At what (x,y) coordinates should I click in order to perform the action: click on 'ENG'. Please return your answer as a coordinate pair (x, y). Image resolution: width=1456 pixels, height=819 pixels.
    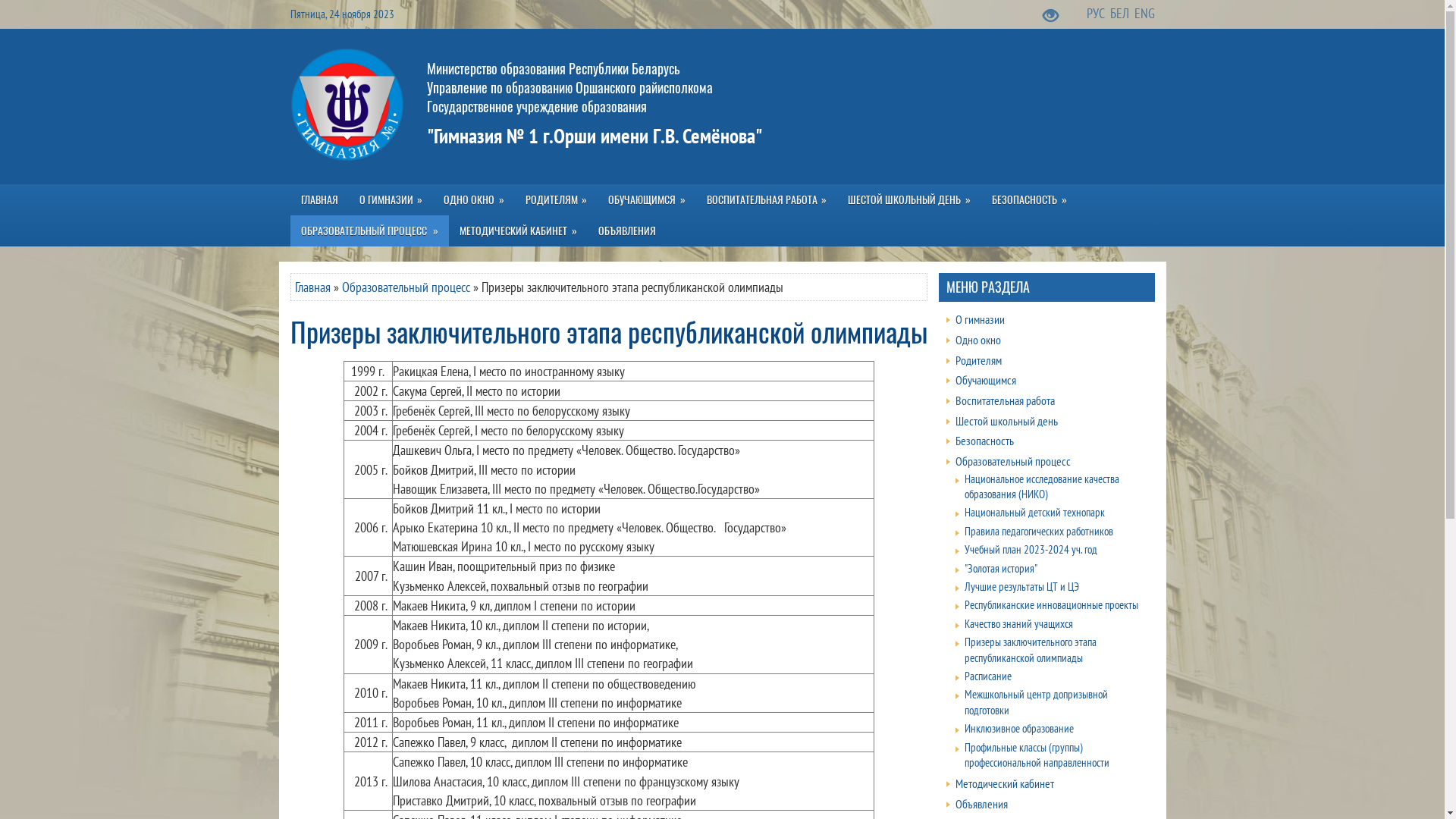
    Looking at the image, I should click on (1144, 13).